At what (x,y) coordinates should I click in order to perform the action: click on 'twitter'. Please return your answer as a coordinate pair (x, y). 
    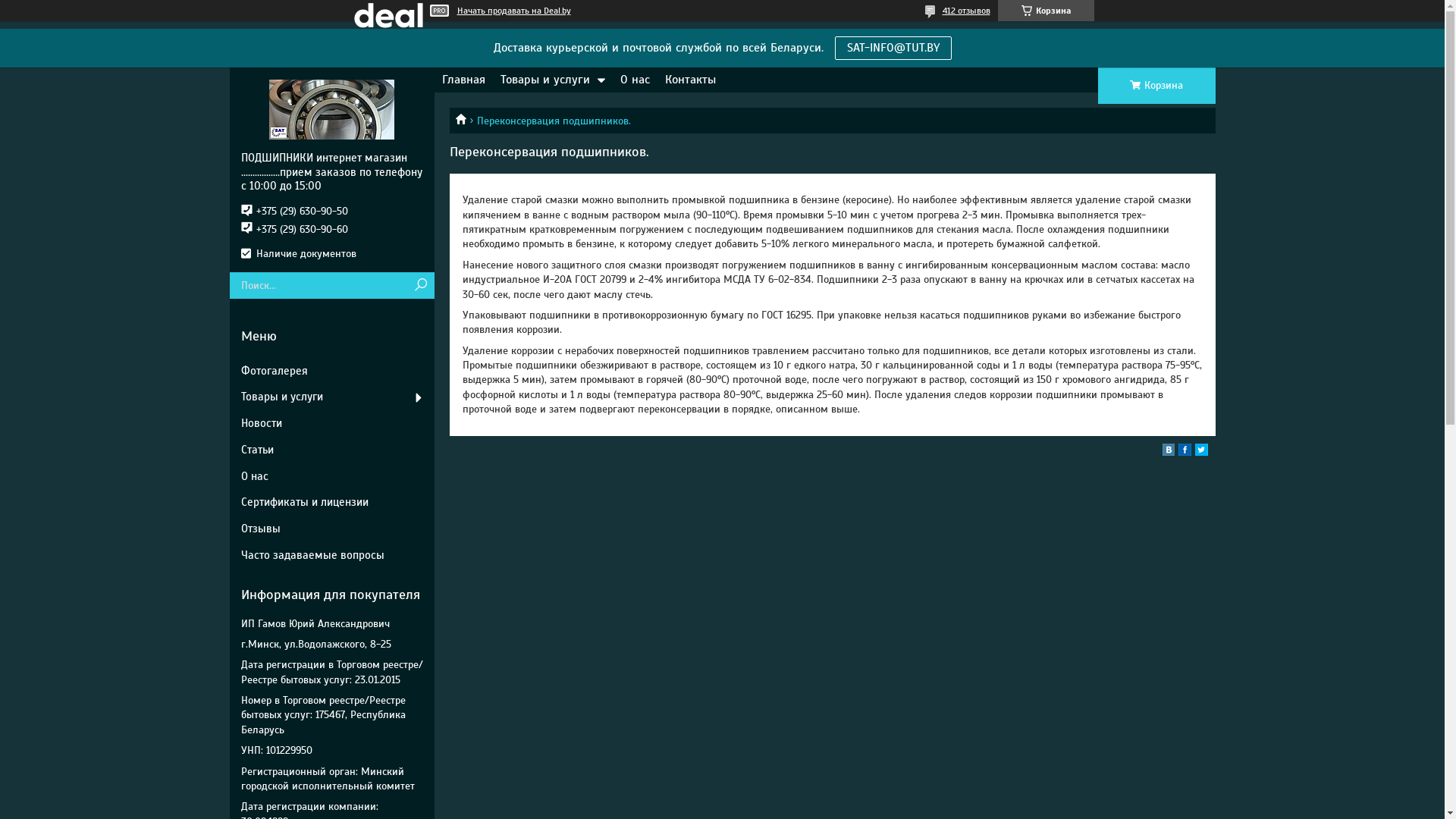
    Looking at the image, I should click on (1200, 451).